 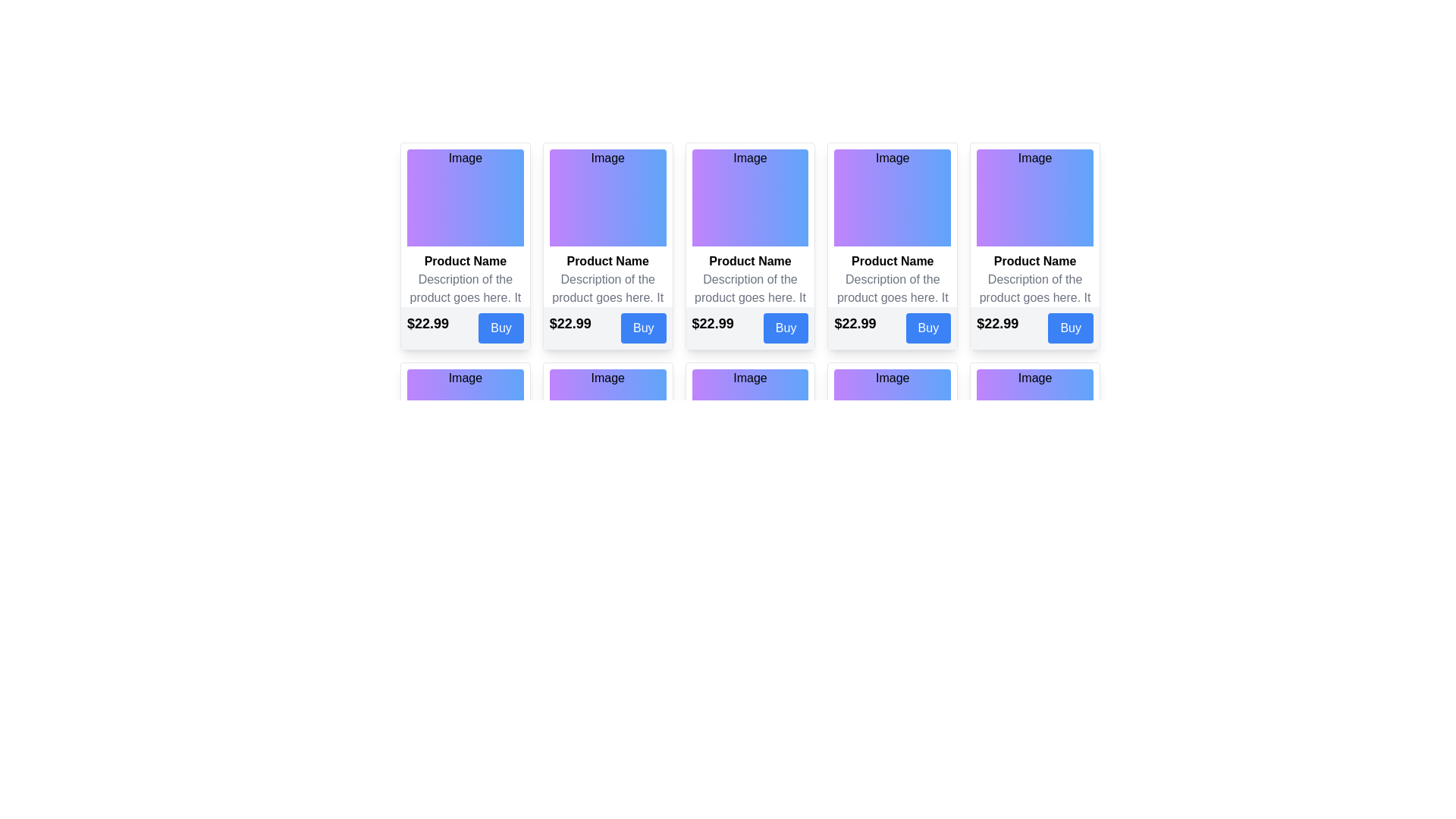 What do you see at coordinates (893, 245) in the screenshot?
I see `the fourth product card in the first row of the grid layout to view product details` at bounding box center [893, 245].